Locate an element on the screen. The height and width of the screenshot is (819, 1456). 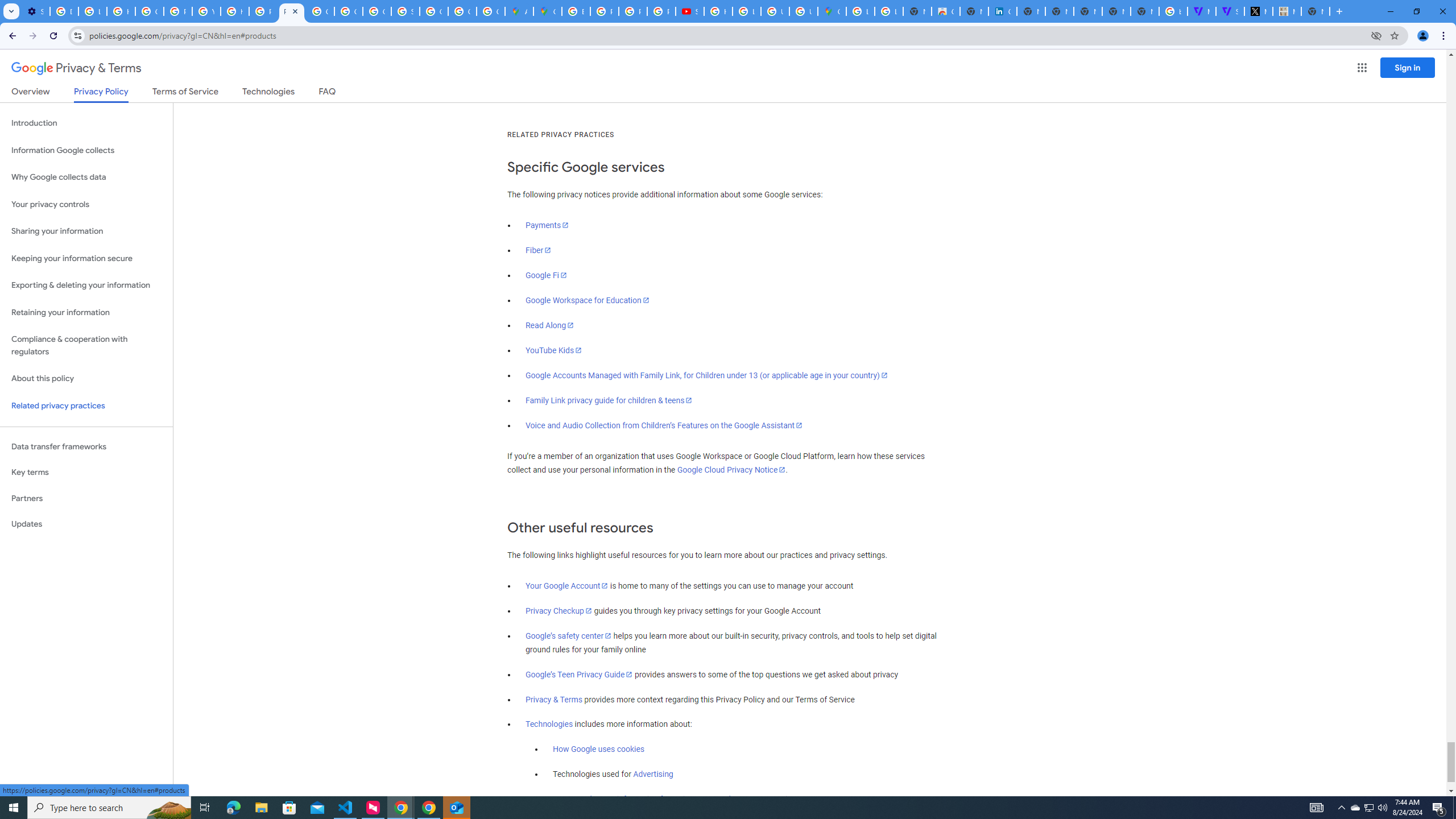
'How Google uses cookies' is located at coordinates (598, 749).